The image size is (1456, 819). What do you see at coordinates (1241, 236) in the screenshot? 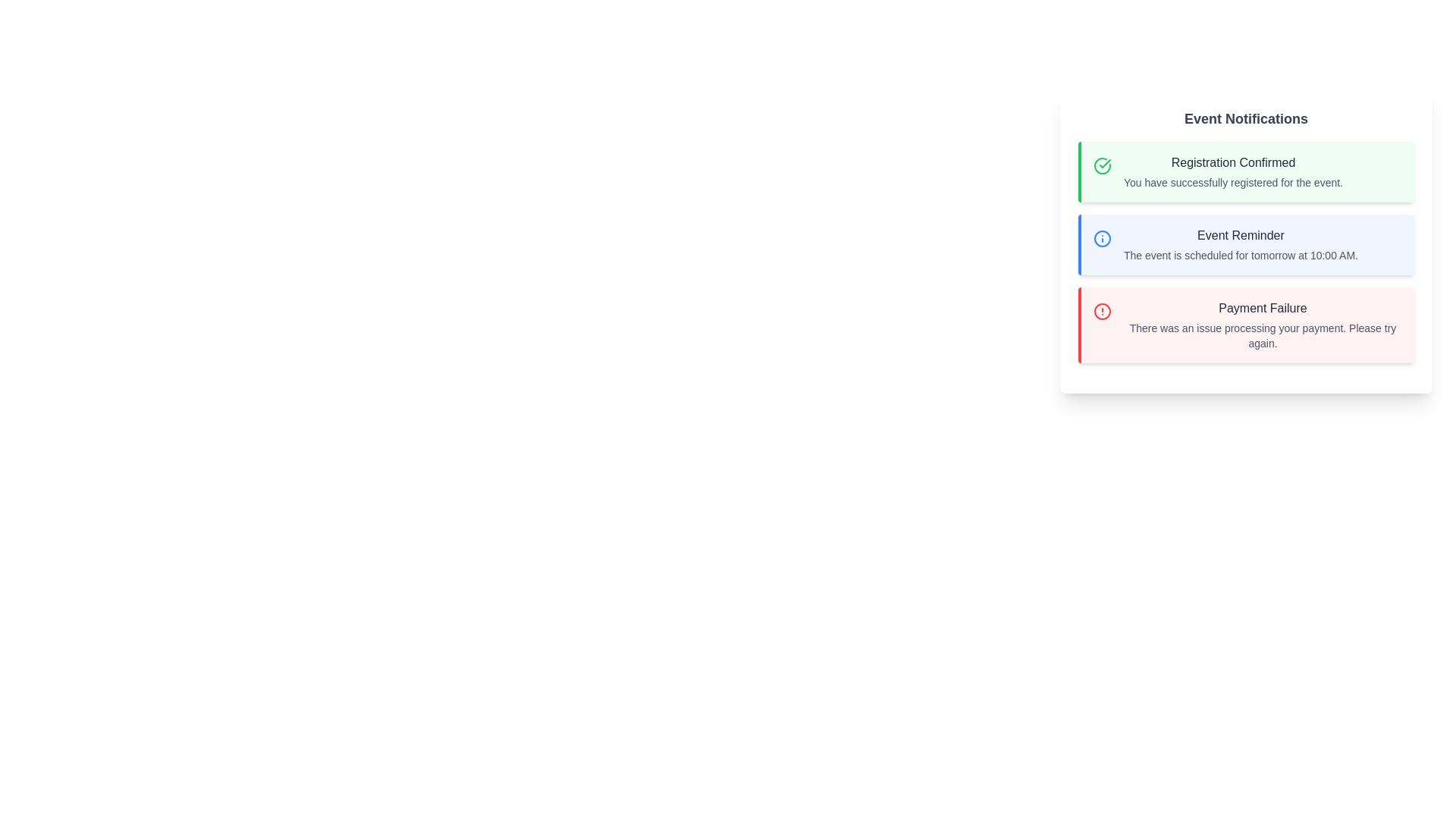
I see `the text label that serves as a title or header for the associated notification within the second notification row of the 'Event Notifications' card-like interface` at bounding box center [1241, 236].